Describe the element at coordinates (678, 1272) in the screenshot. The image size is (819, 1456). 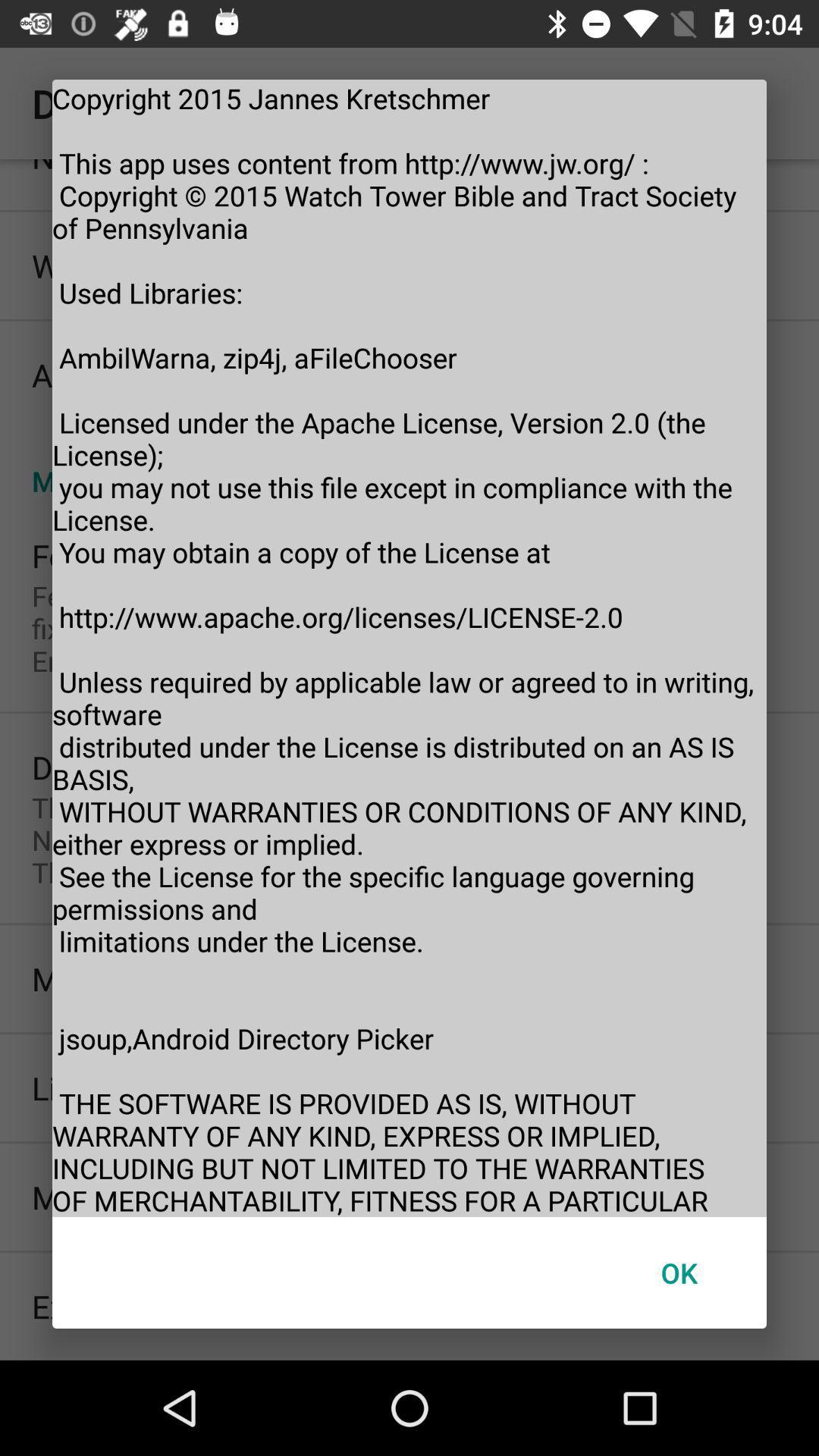
I see `the ok` at that location.